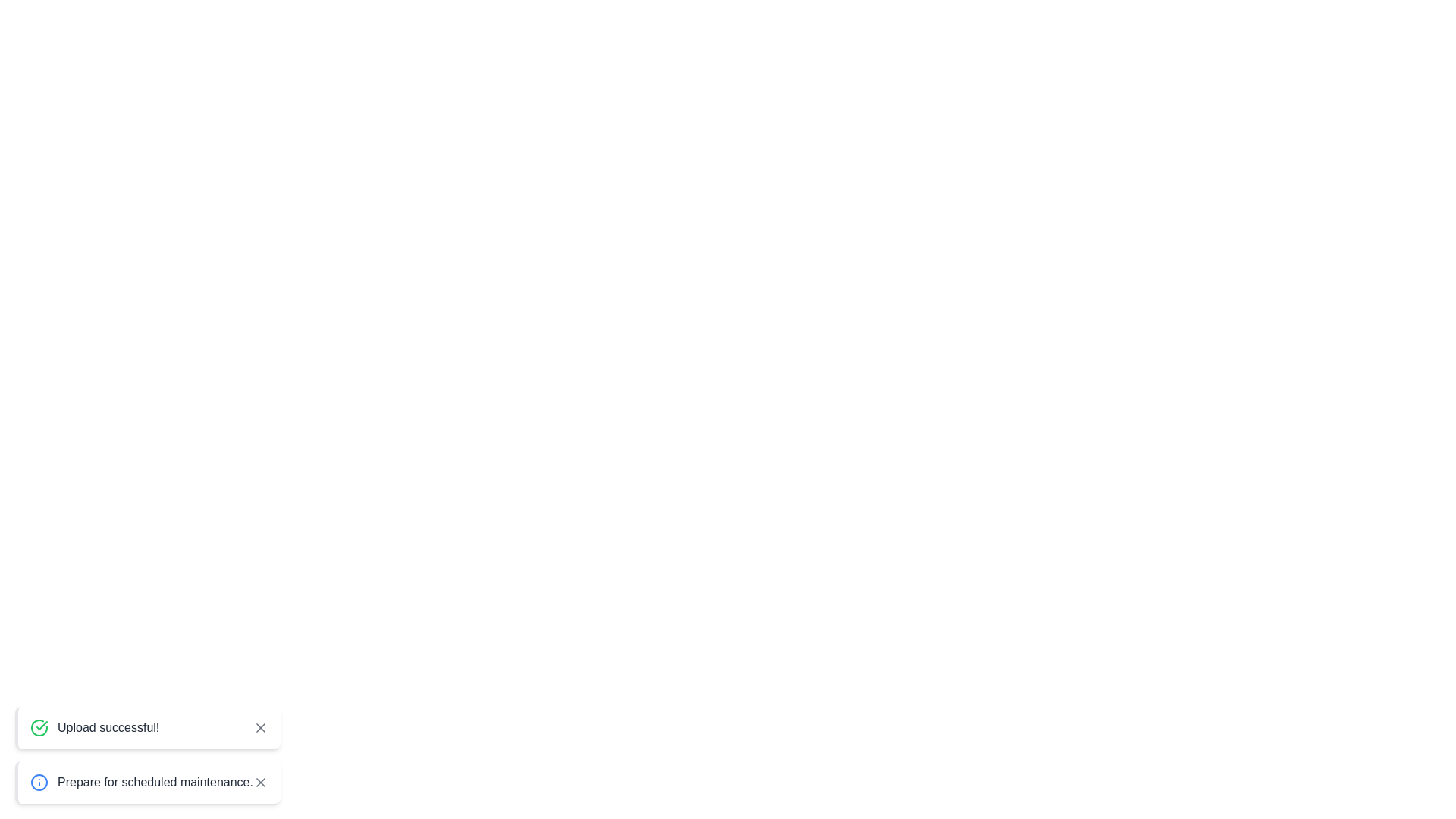  I want to click on the close button of the notification with the message 'Prepare for scheduled maintenance.', so click(260, 783).